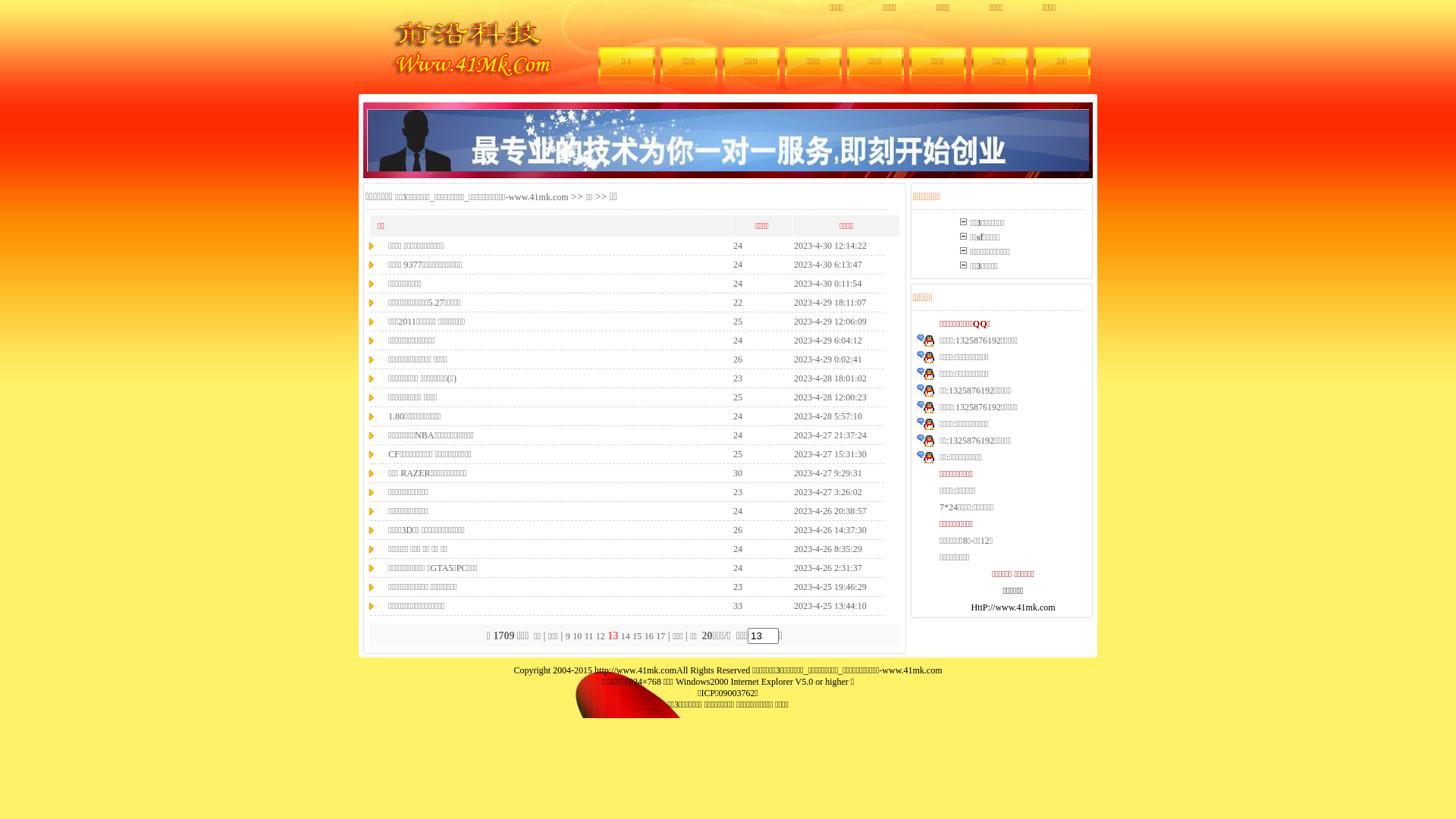 The image size is (1456, 819). I want to click on '22', so click(738, 302).